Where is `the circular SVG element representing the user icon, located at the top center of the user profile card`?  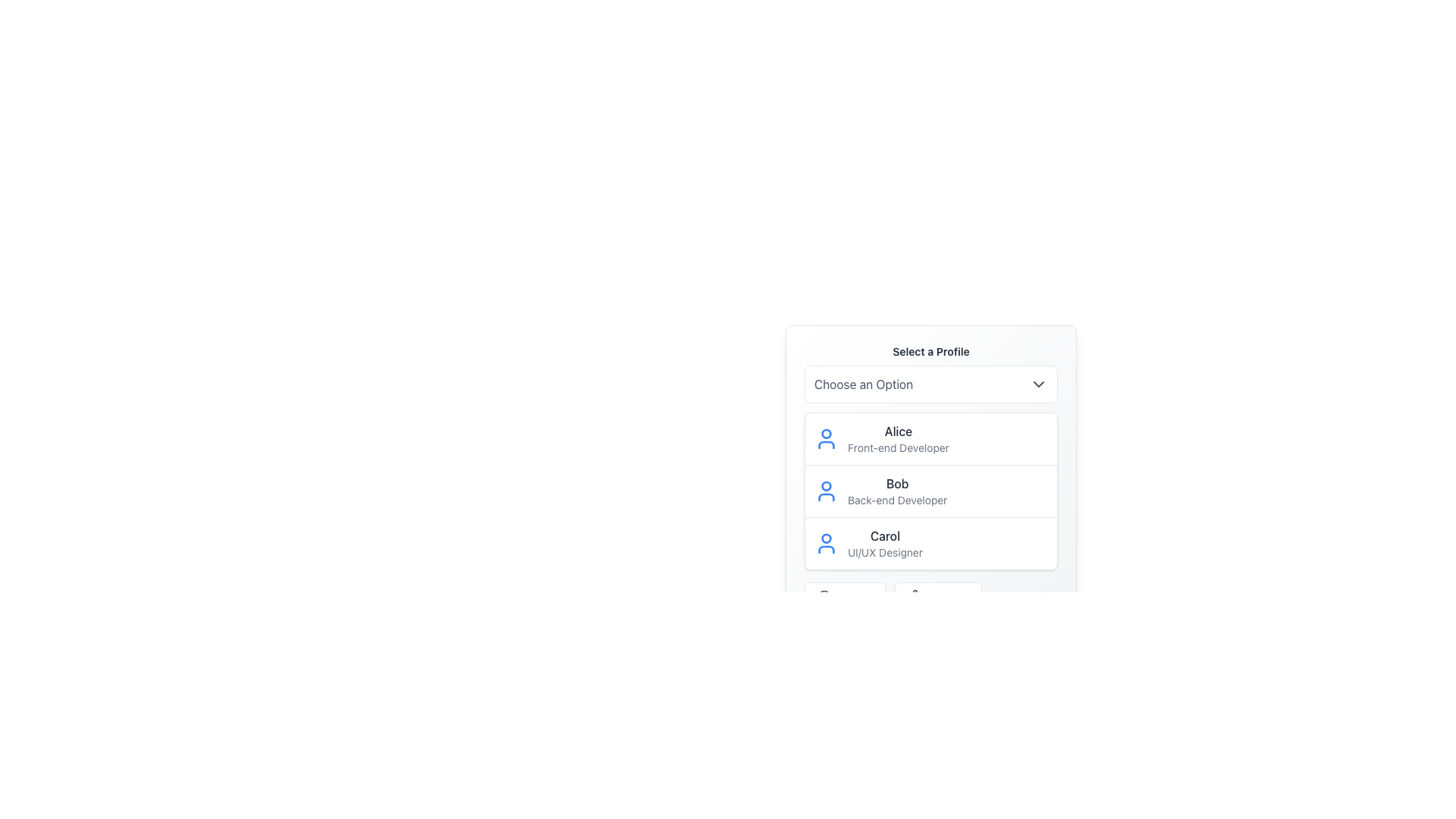
the circular SVG element representing the user icon, located at the top center of the user profile card is located at coordinates (825, 433).